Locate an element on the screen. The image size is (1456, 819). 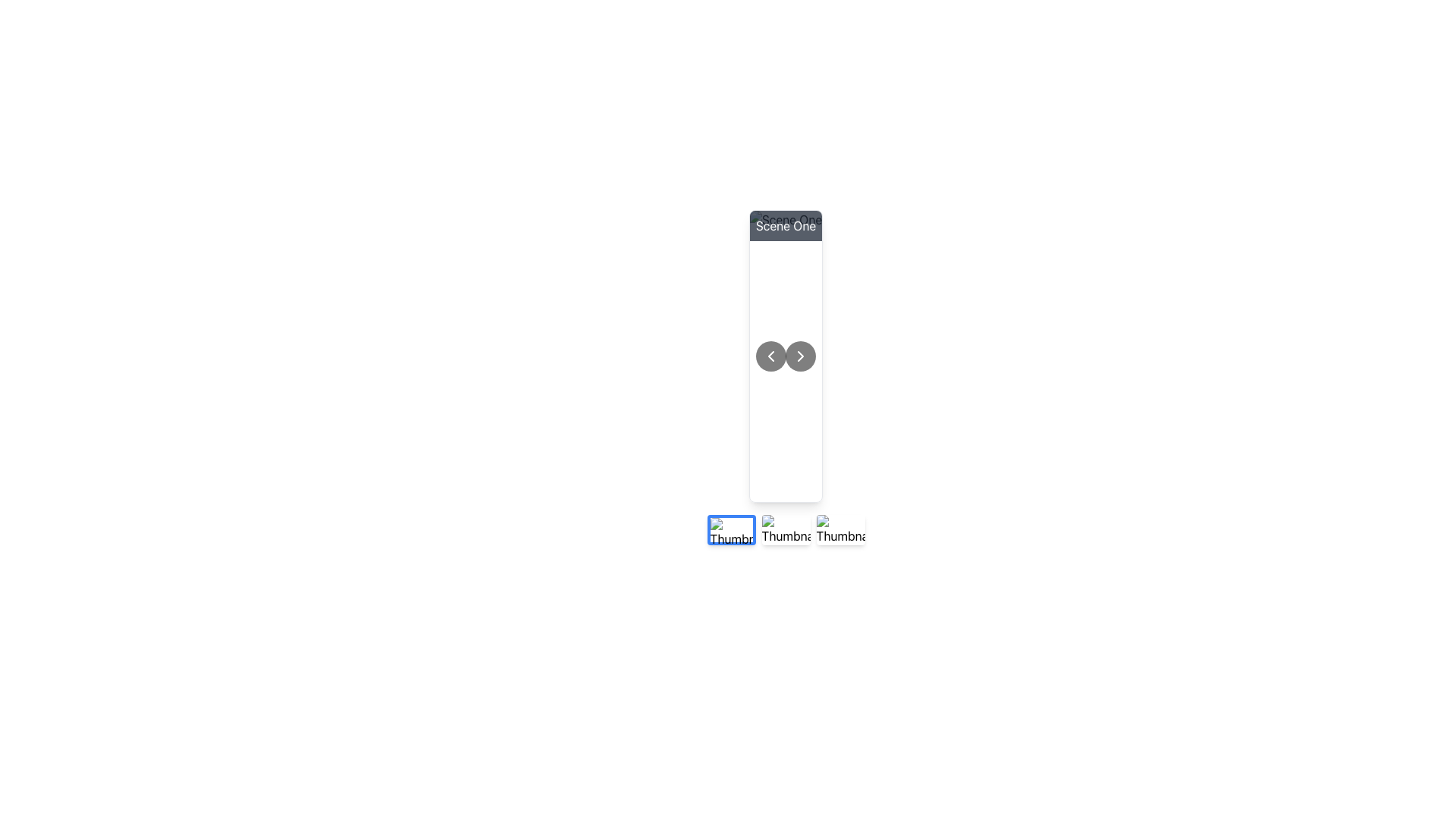
the fourth thumbnail image element in the horizontal list is located at coordinates (839, 529).